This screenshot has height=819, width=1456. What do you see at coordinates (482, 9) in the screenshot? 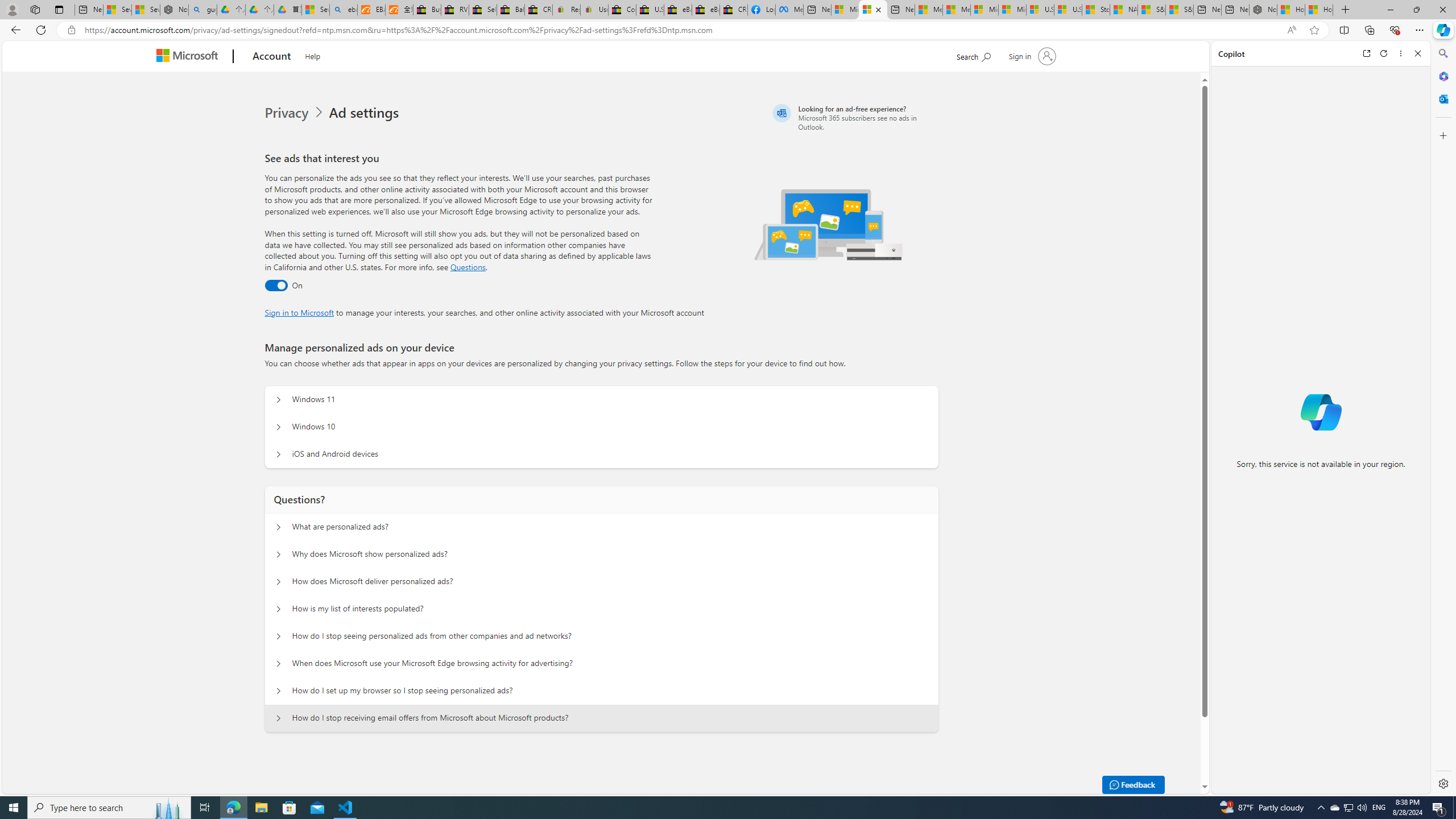
I see `'Sell worldwide with eBay'` at bounding box center [482, 9].